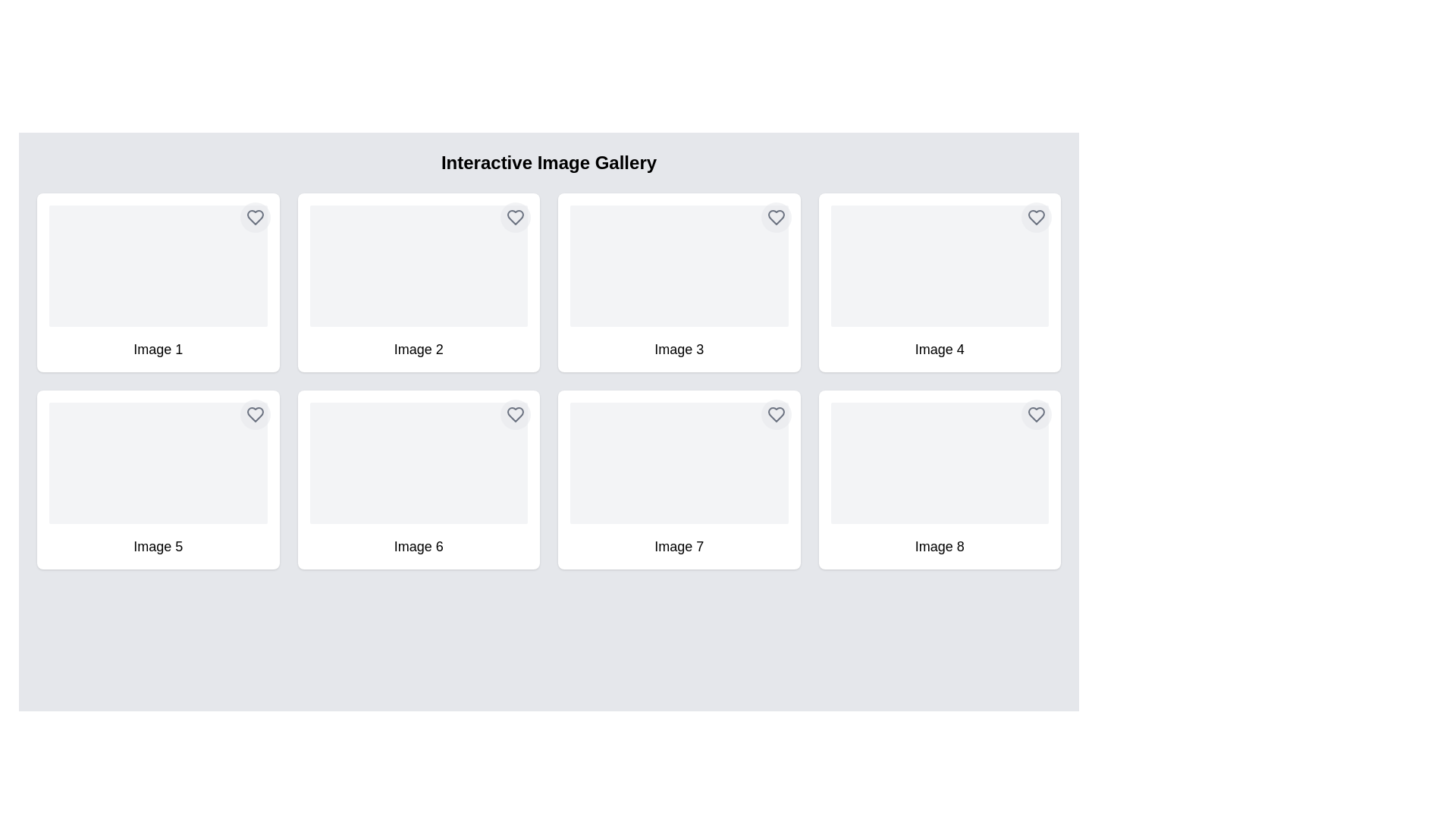  What do you see at coordinates (419, 283) in the screenshot?
I see `keyboard navigation` at bounding box center [419, 283].